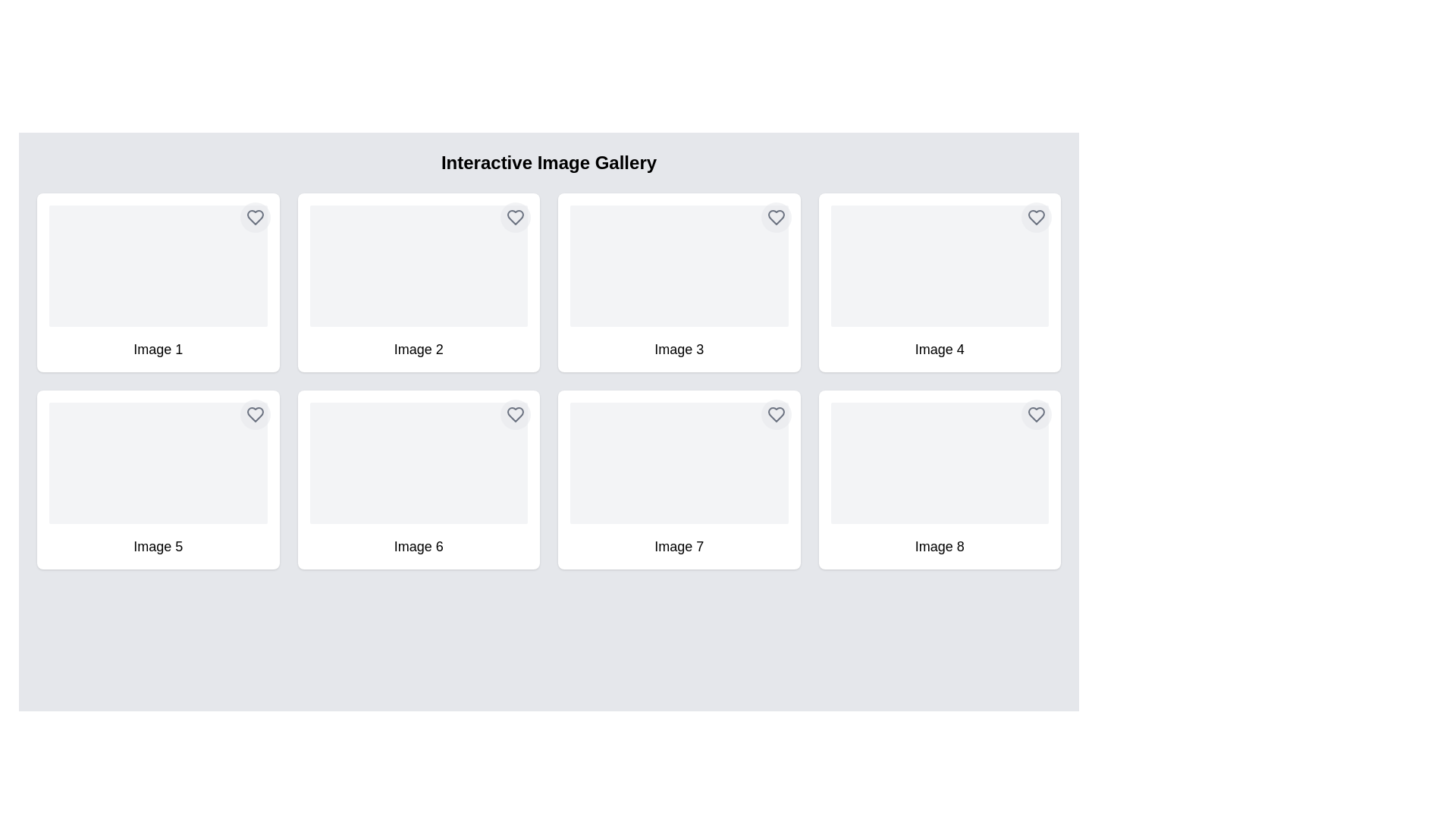  What do you see at coordinates (419, 283) in the screenshot?
I see `keyboard navigation` at bounding box center [419, 283].